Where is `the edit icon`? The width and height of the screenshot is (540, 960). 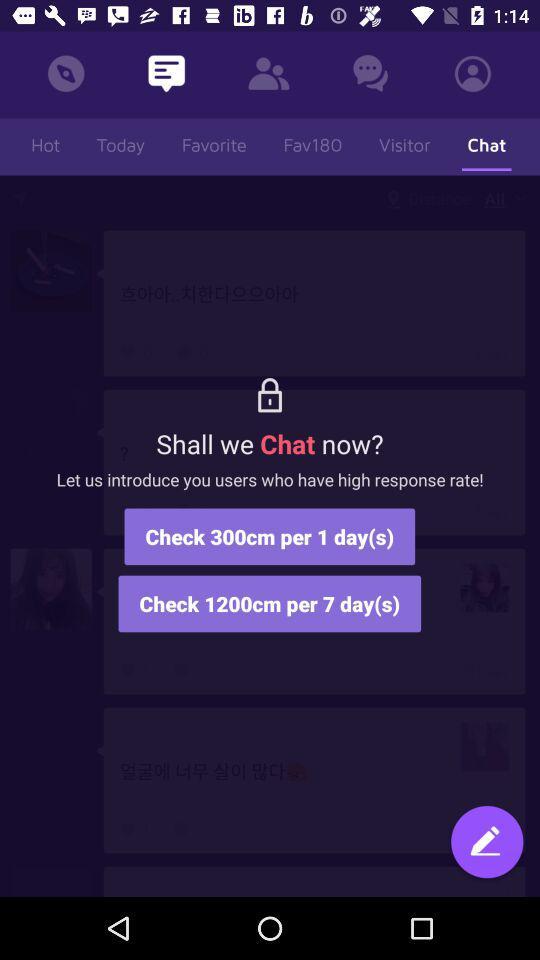 the edit icon is located at coordinates (486, 843).